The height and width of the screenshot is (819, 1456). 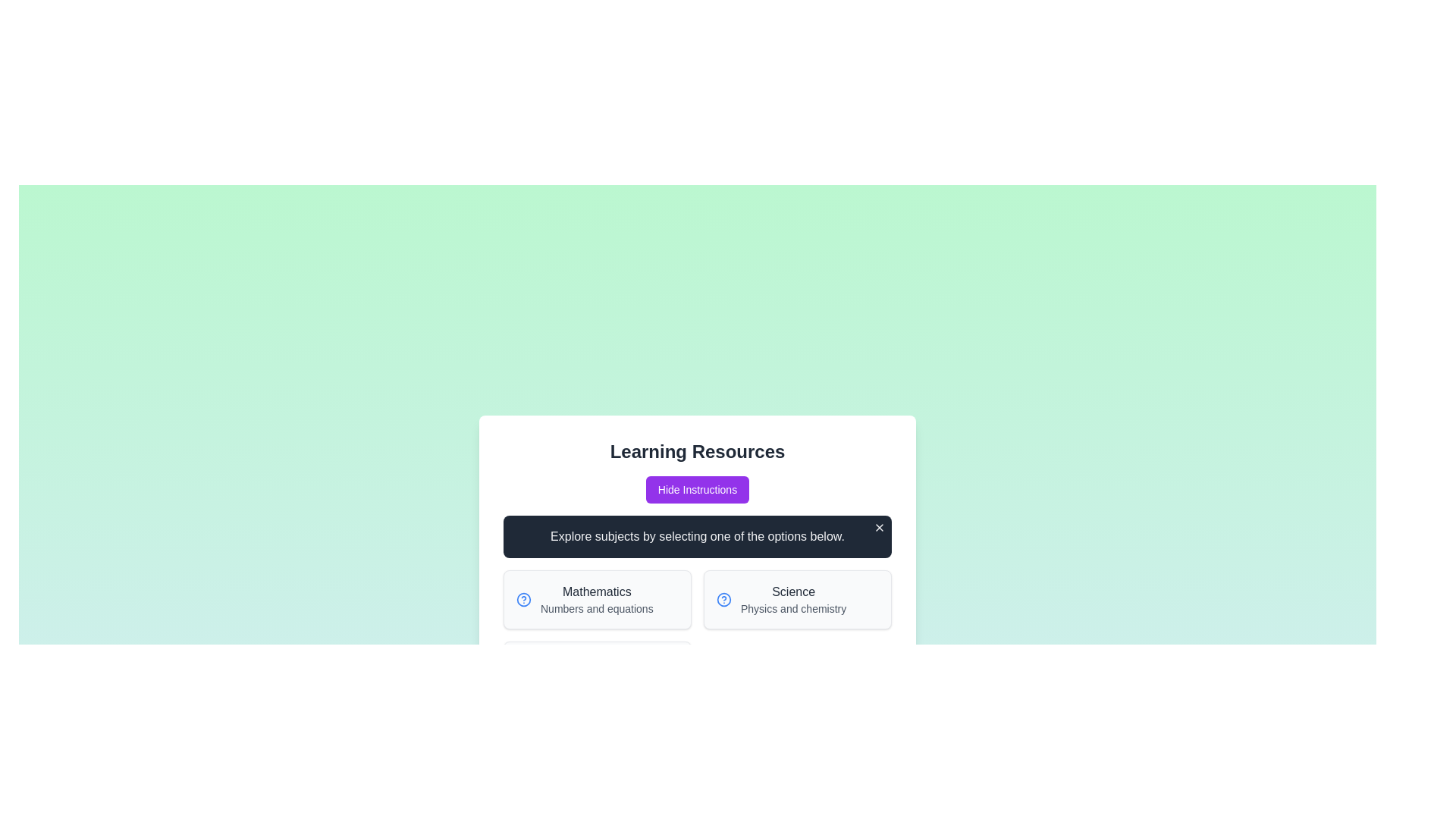 What do you see at coordinates (880, 526) in the screenshot?
I see `the close button with a white cross (X) located in the upper-right corner of the dark rectangular area containing the instructional text to change its color` at bounding box center [880, 526].